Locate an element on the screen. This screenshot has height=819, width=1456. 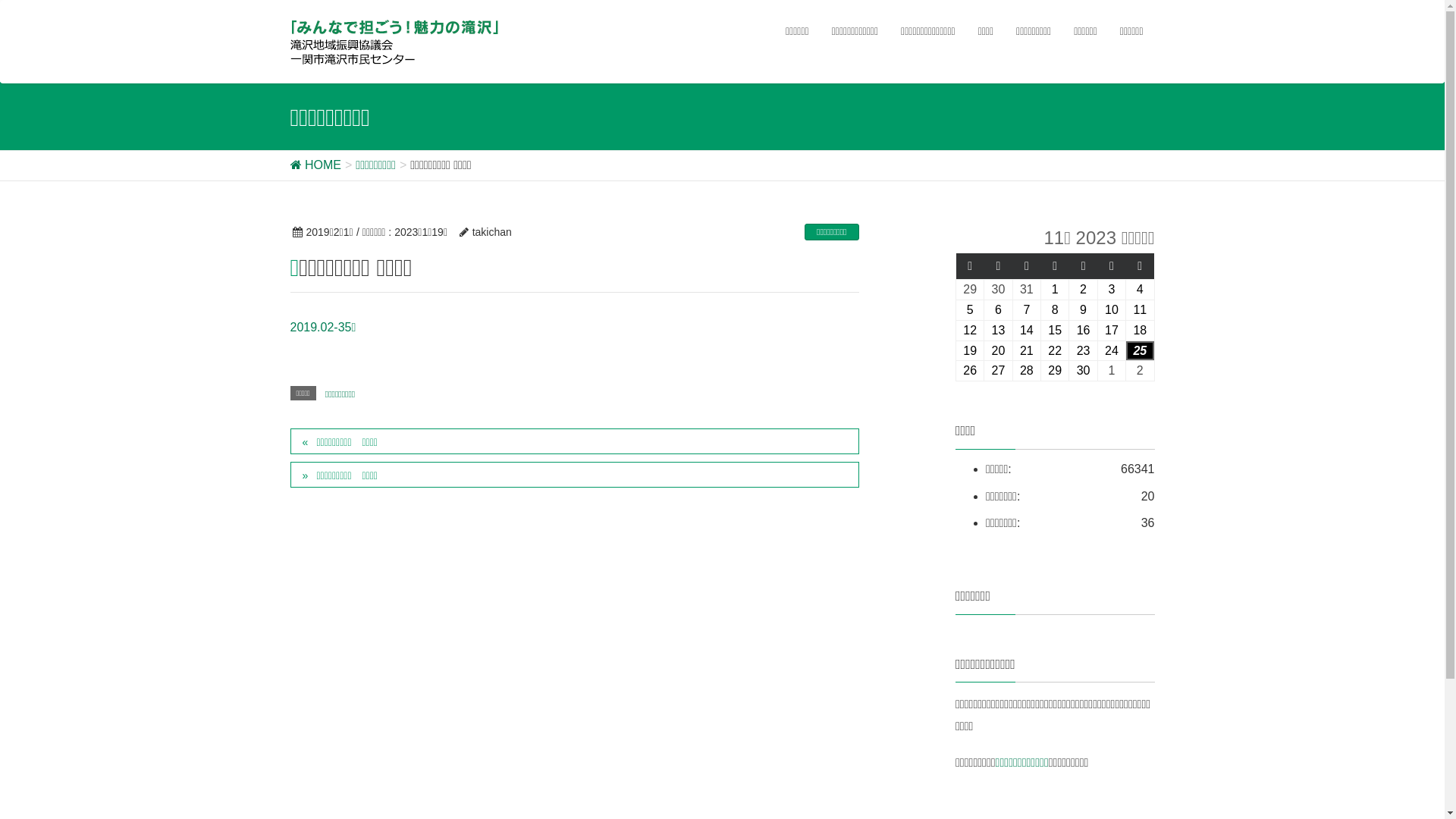
'HOME' is located at coordinates (290, 165).